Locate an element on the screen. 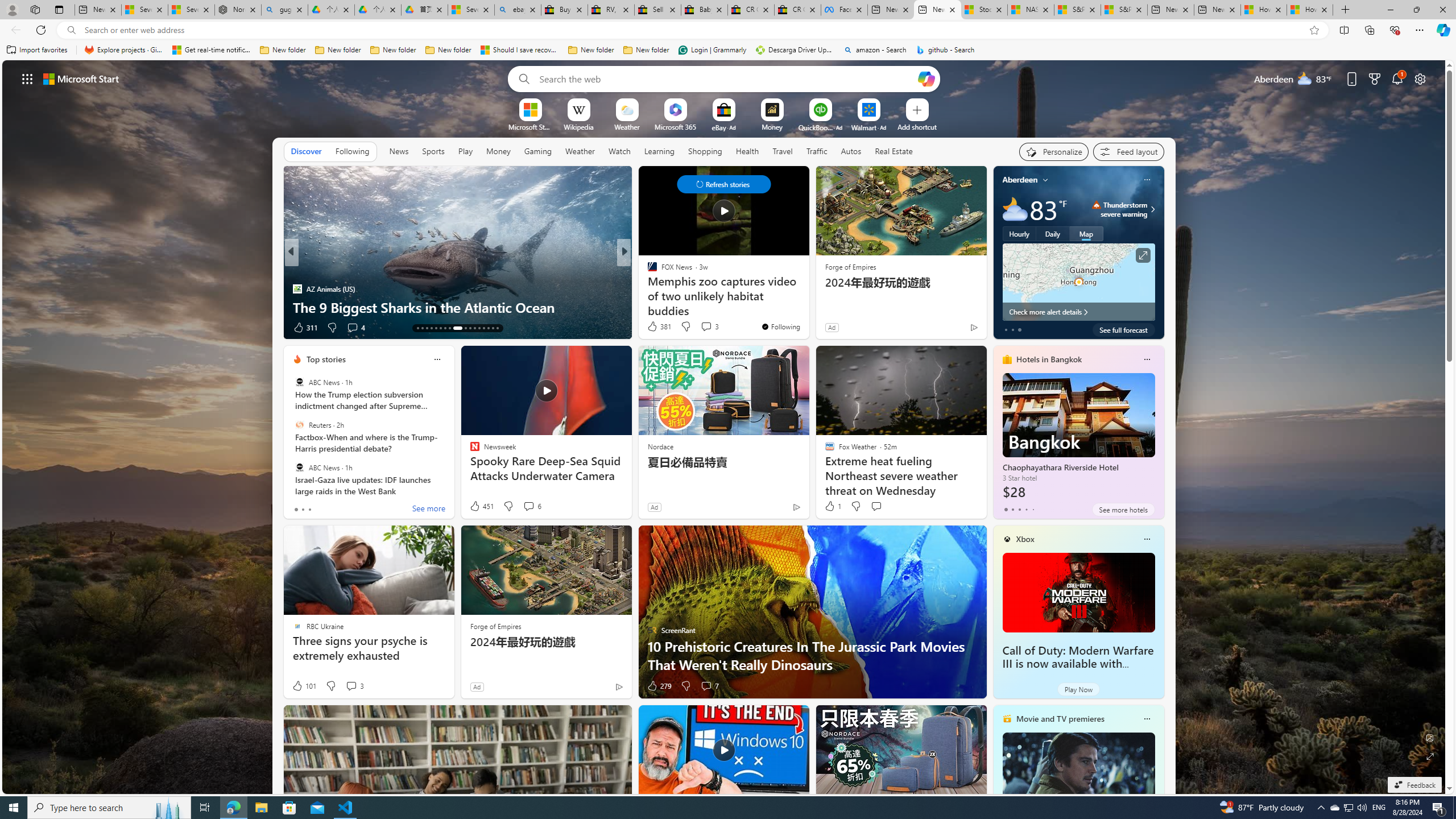 The height and width of the screenshot is (819, 1456). 'Class: icon-img' is located at coordinates (1146, 718).